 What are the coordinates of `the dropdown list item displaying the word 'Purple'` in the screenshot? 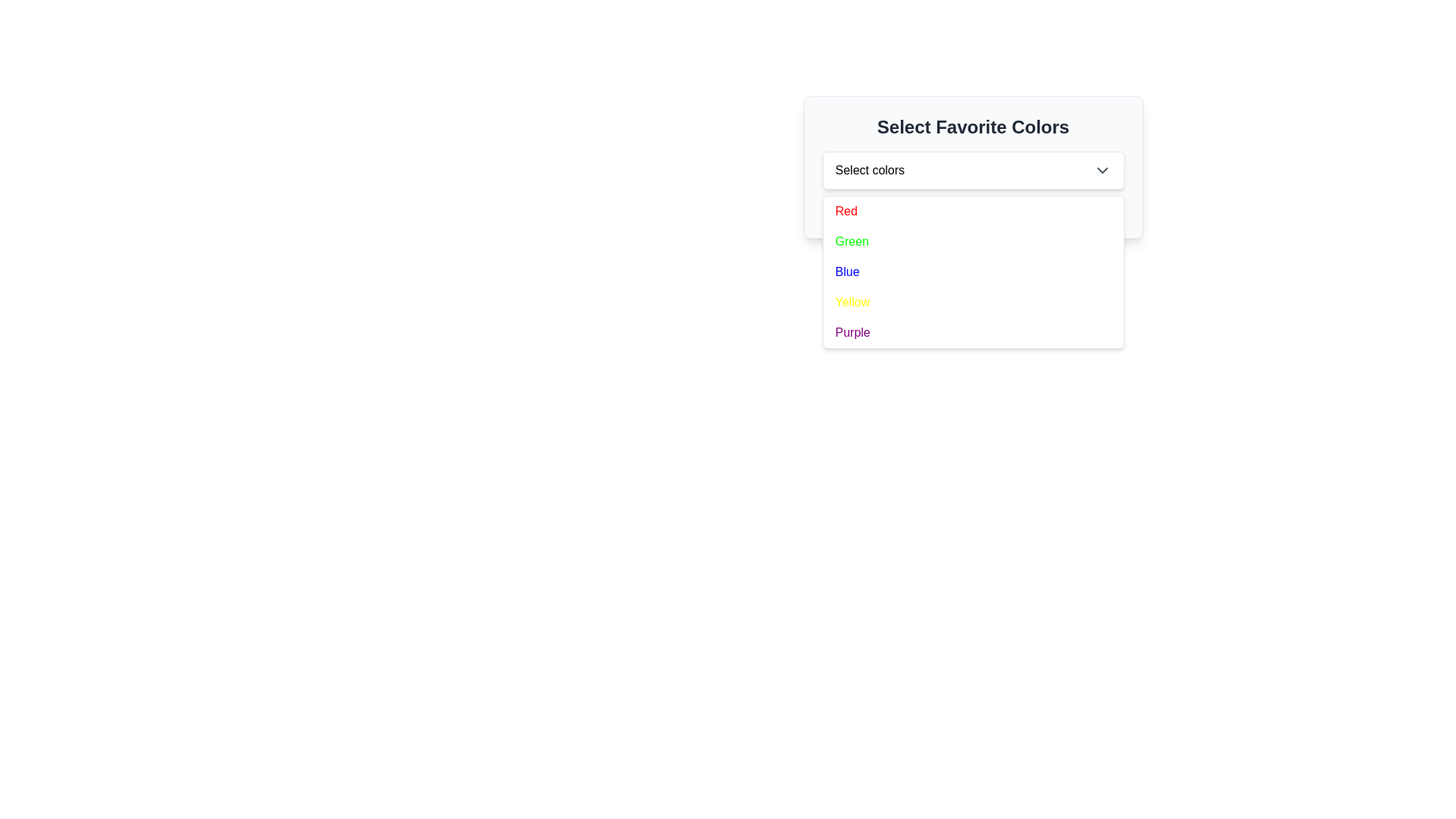 It's located at (973, 332).